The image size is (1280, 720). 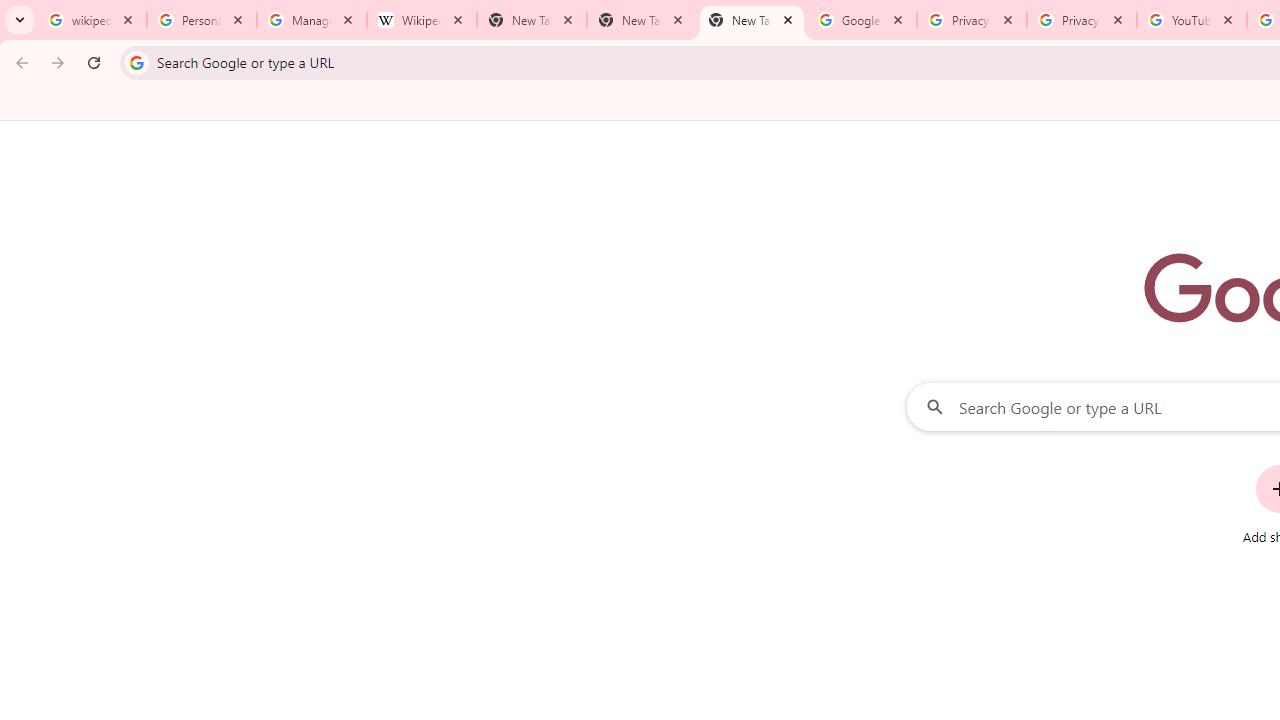 What do you see at coordinates (861, 20) in the screenshot?
I see `'Google Drive: Sign-in'` at bounding box center [861, 20].